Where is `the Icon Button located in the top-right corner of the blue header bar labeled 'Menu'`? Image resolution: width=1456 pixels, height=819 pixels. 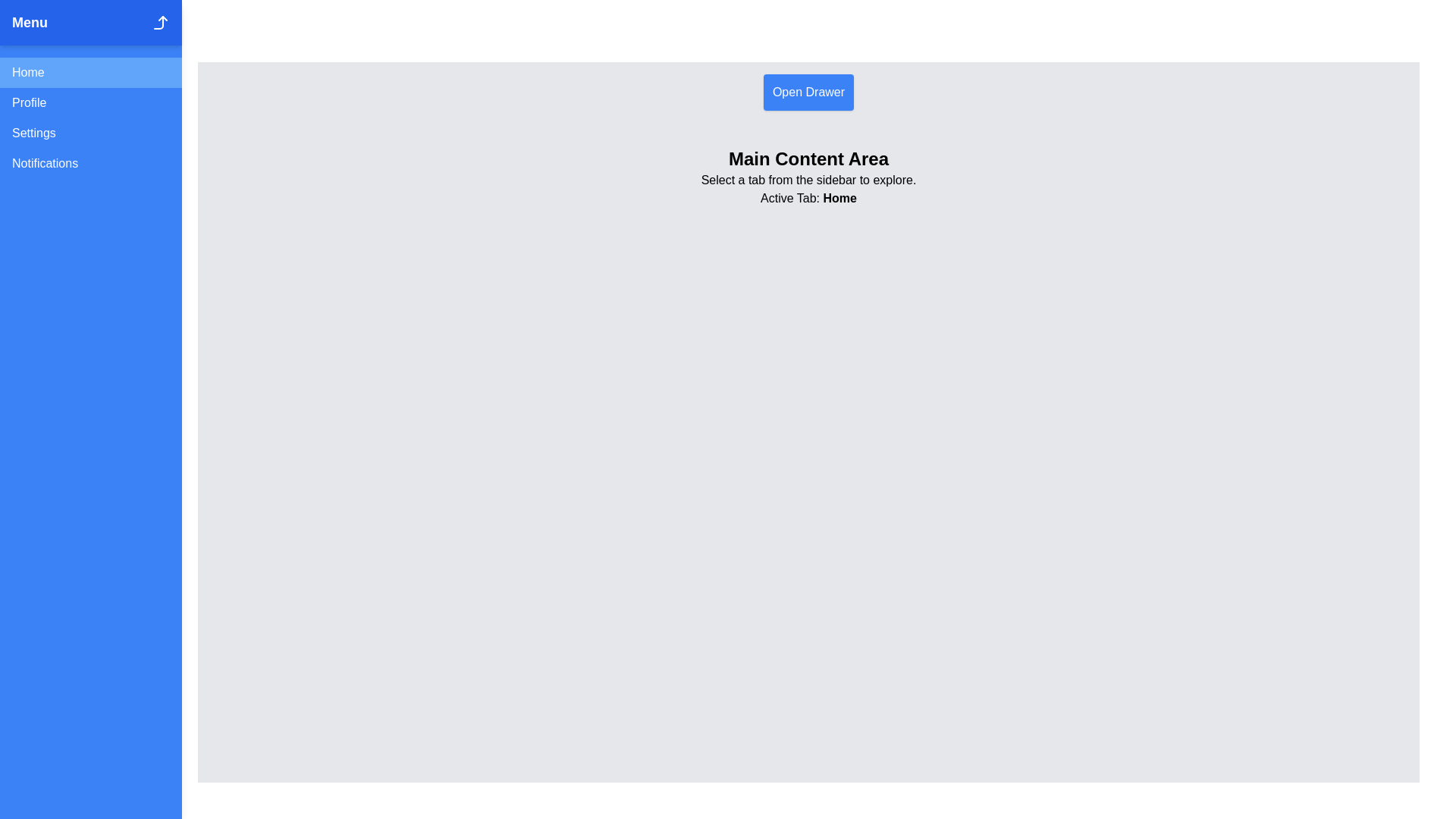
the Icon Button located in the top-right corner of the blue header bar labeled 'Menu' is located at coordinates (160, 23).